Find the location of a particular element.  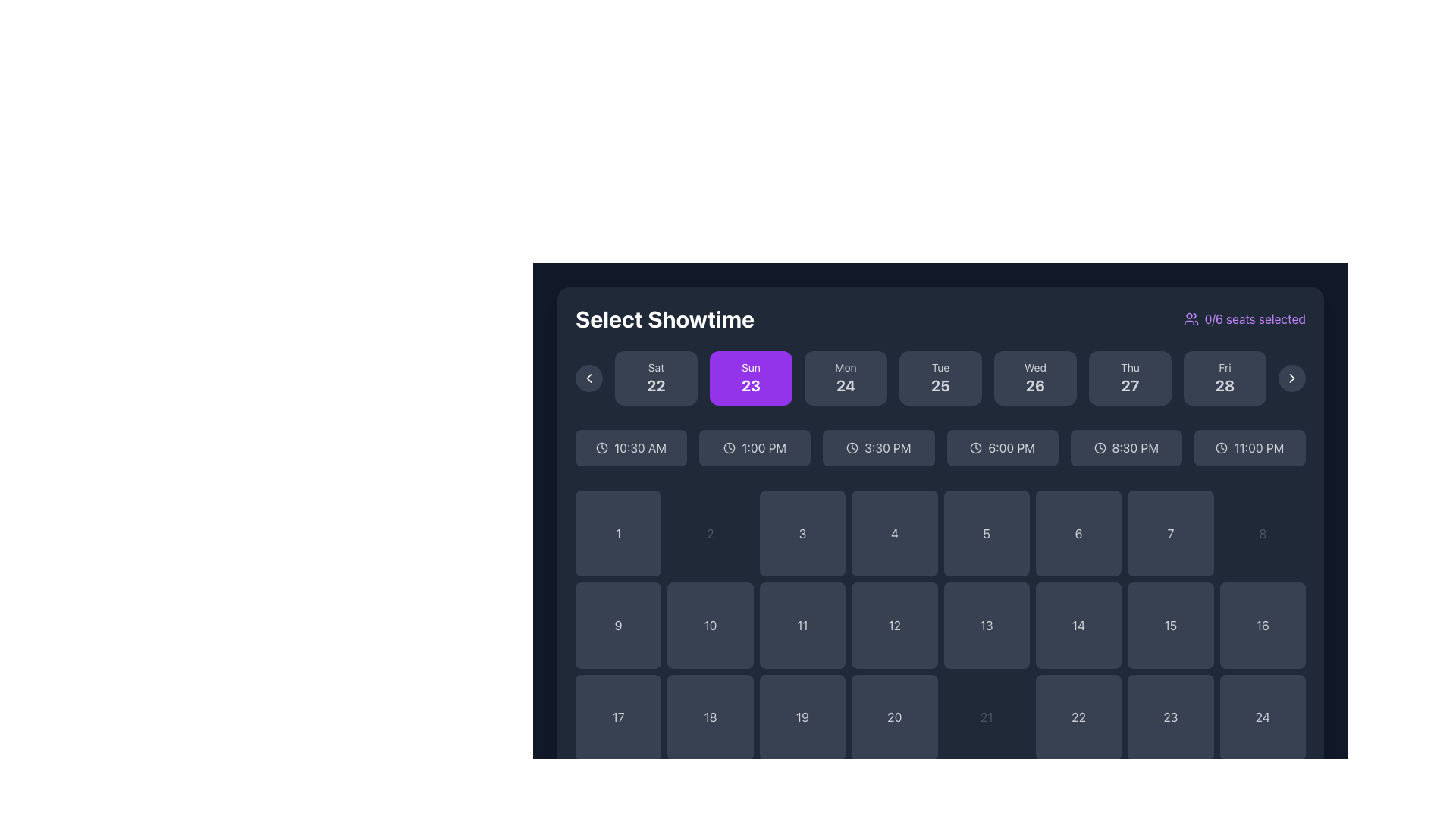

the button in the third row and second column of the number selection grid is located at coordinates (710, 717).